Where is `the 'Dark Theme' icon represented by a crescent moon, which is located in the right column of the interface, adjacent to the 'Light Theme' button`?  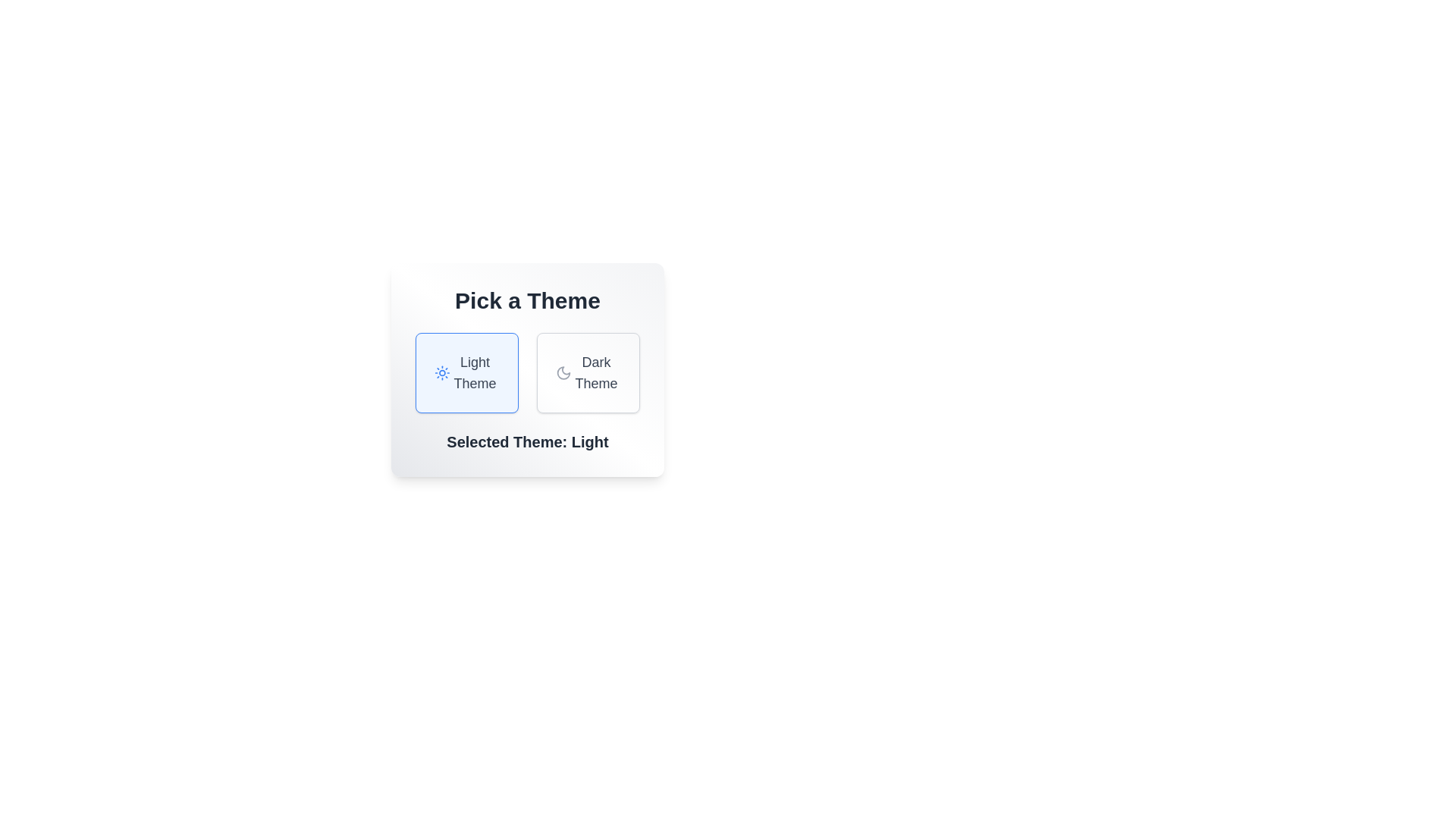
the 'Dark Theme' icon represented by a crescent moon, which is located in the right column of the interface, adjacent to the 'Light Theme' button is located at coordinates (563, 373).